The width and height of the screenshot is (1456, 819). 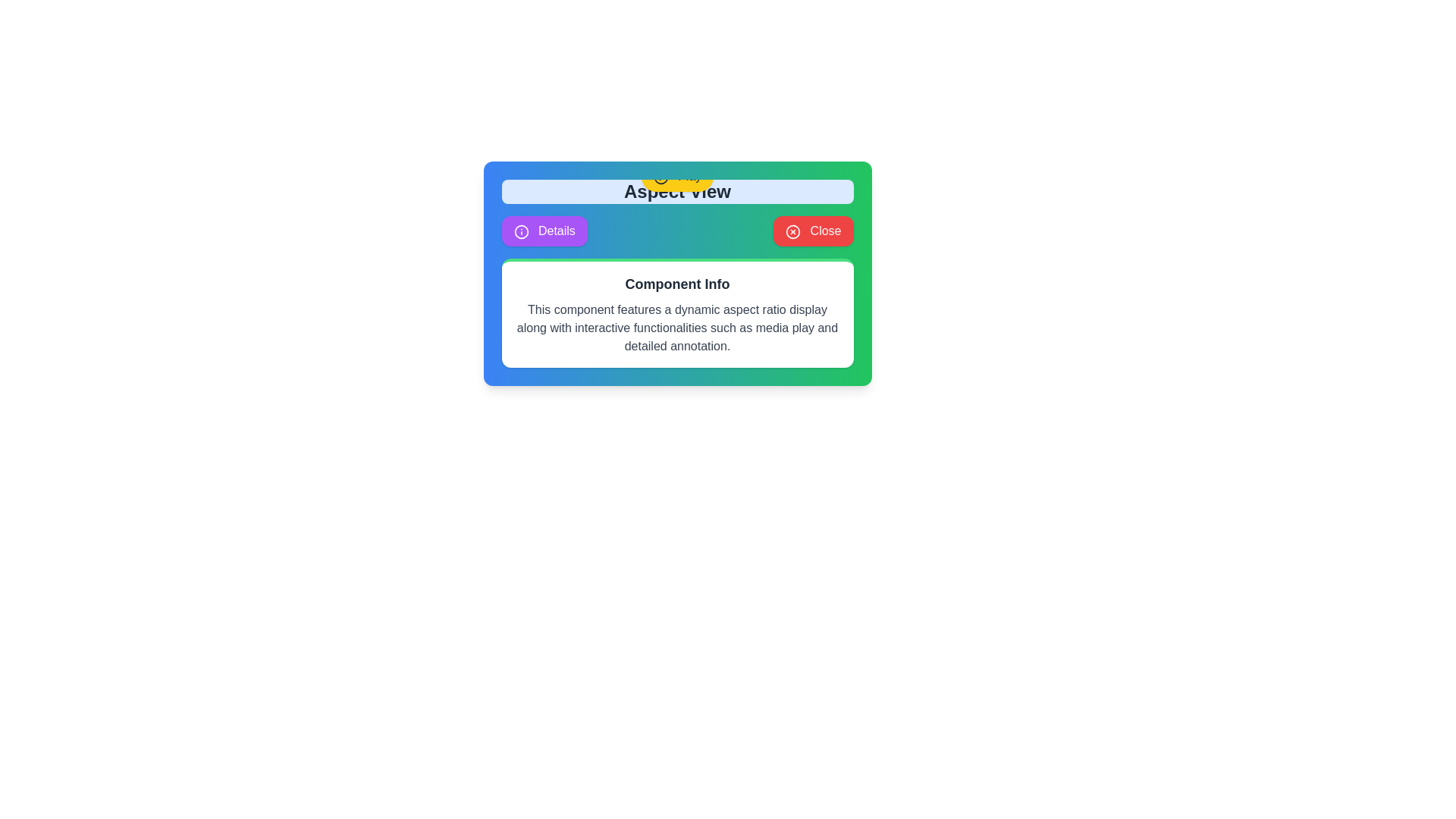 What do you see at coordinates (661, 176) in the screenshot?
I see `the circular play icon with a triangle symbol inside it, located to the left of the 'Play' text label in the bottom center of the modal` at bounding box center [661, 176].